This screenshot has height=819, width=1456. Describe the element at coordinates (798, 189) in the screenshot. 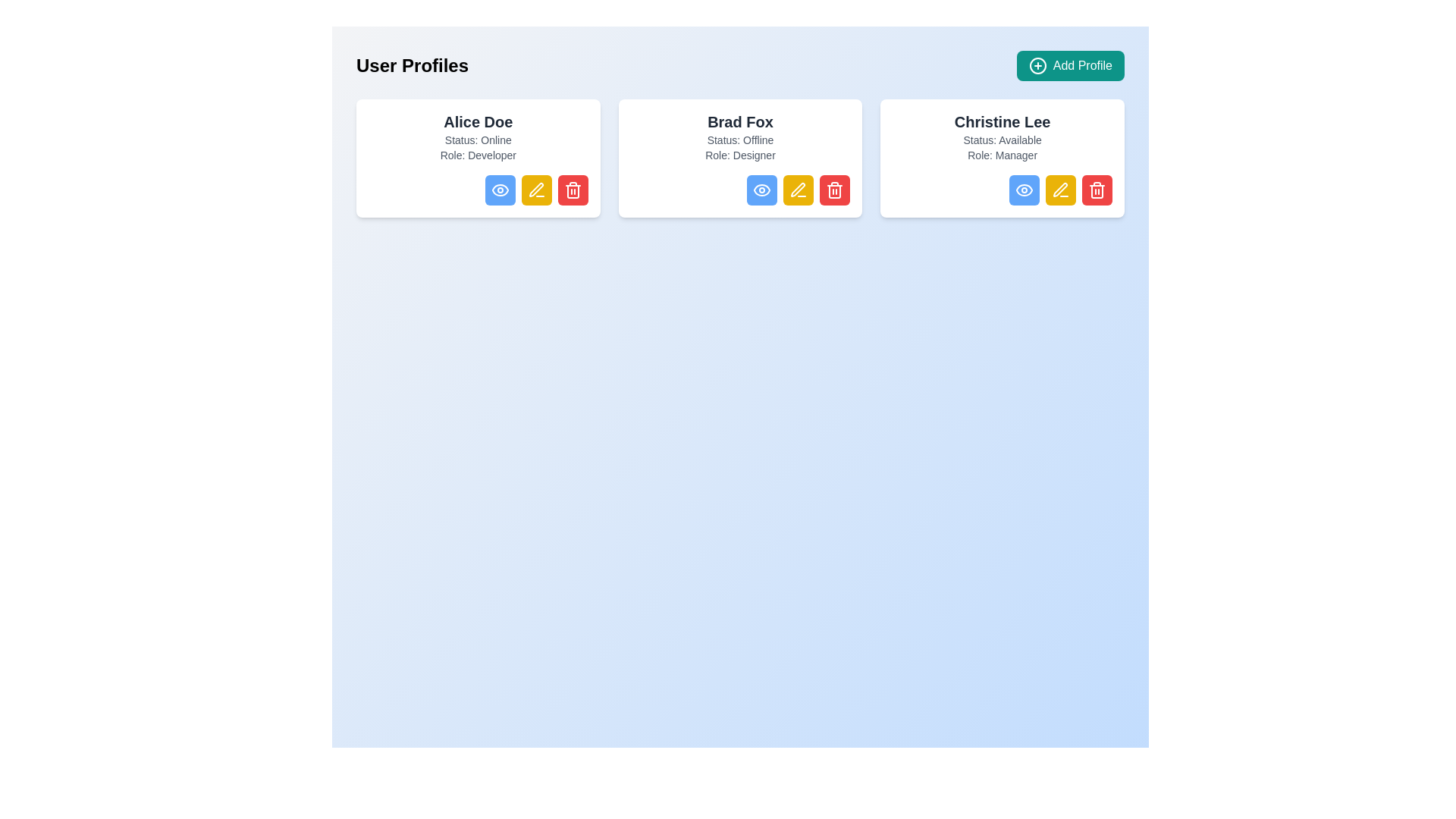

I see `the edit button with a yellow background and pencil icon, located in the profile card of 'Brad Fox', for keyboard interaction` at that location.